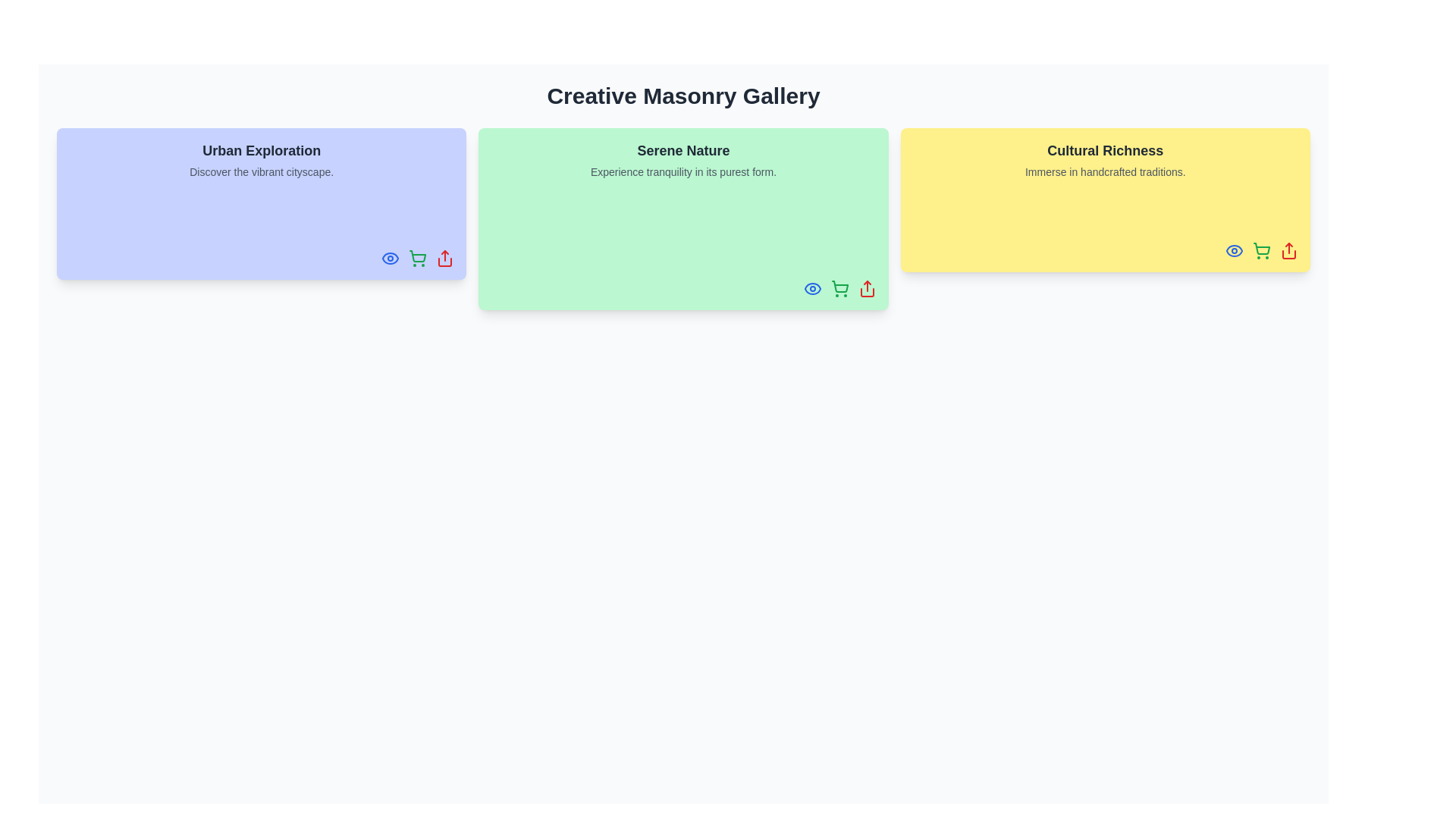 This screenshot has height=819, width=1456. Describe the element at coordinates (839, 287) in the screenshot. I see `the shopping cart icon located in the bottom-right segment of the green tile labeled 'Serene Nature'` at that location.